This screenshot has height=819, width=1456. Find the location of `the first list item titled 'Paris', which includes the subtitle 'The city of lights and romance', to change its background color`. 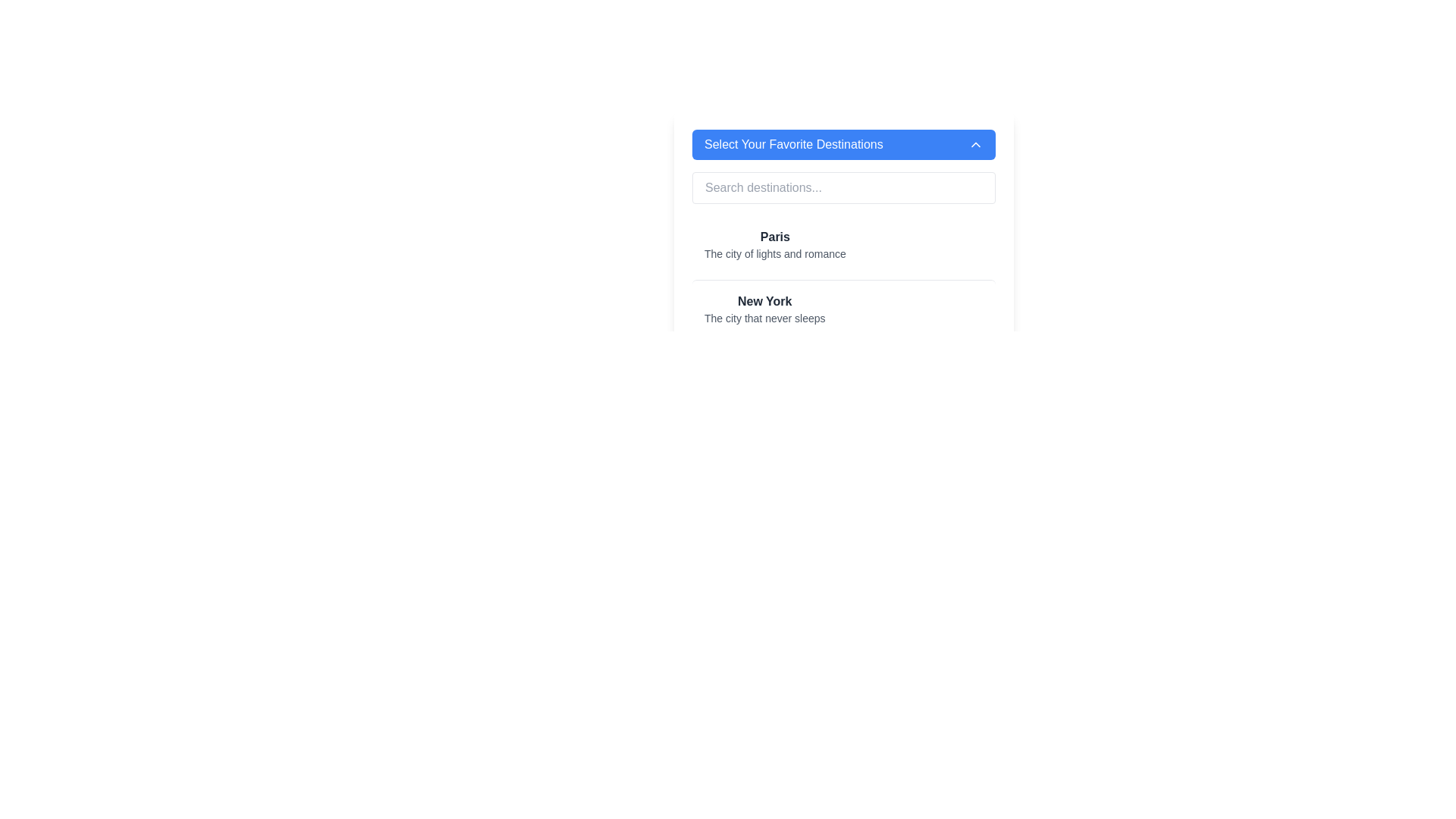

the first list item titled 'Paris', which includes the subtitle 'The city of lights and romance', to change its background color is located at coordinates (843, 244).